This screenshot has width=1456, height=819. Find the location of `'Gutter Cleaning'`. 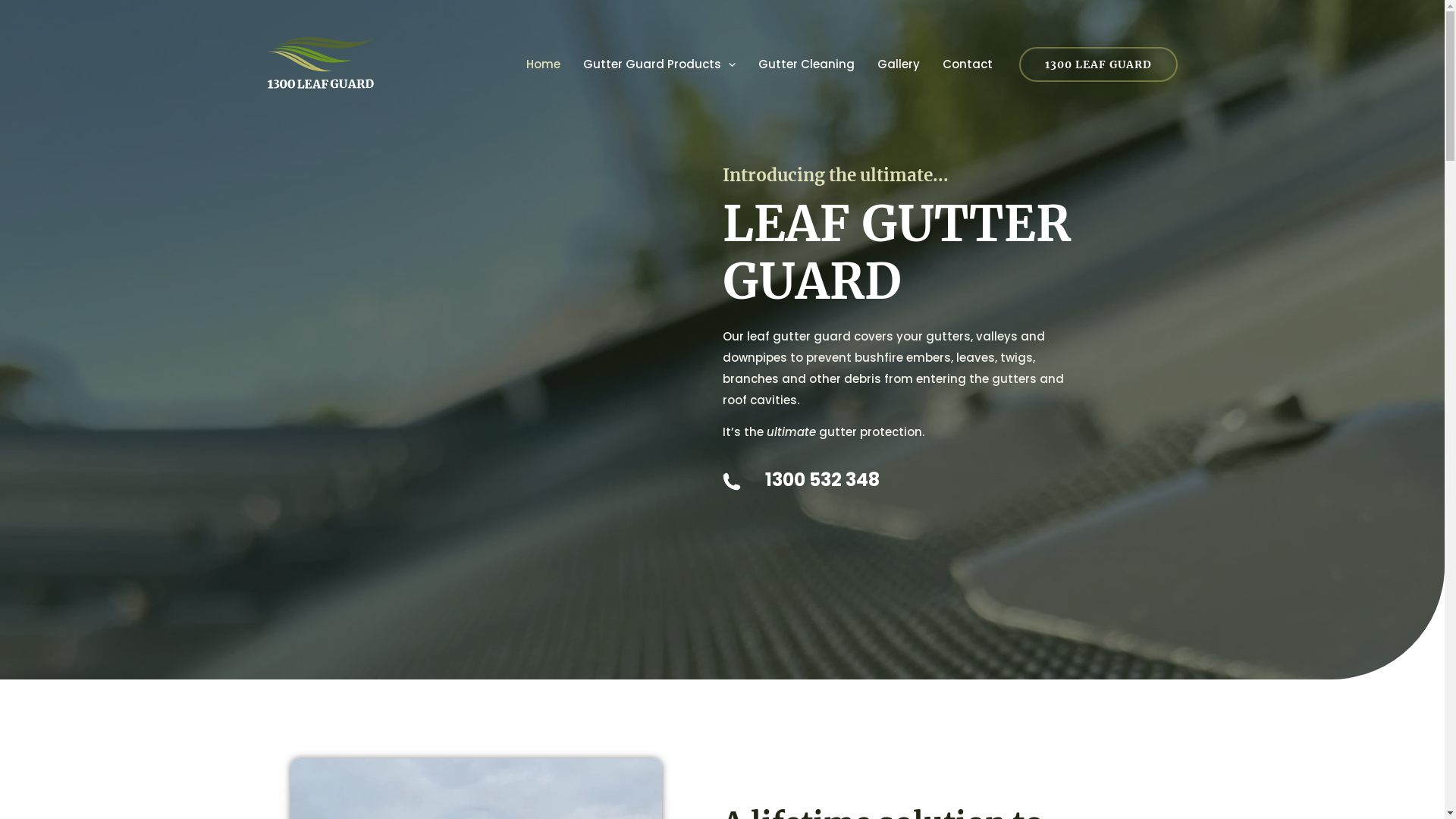

'Gutter Cleaning' is located at coordinates (805, 63).